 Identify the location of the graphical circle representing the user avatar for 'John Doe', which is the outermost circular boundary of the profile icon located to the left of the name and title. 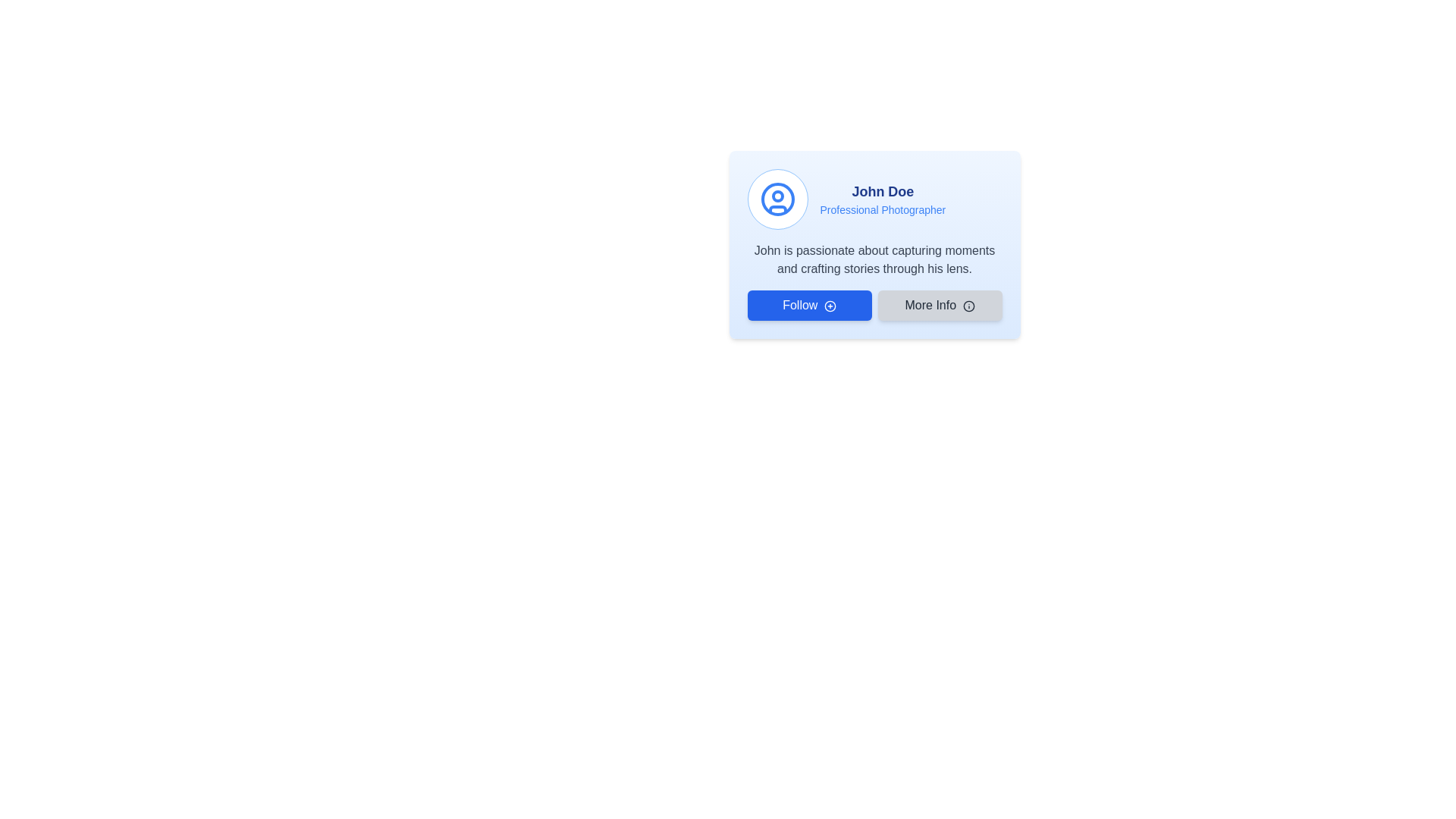
(777, 198).